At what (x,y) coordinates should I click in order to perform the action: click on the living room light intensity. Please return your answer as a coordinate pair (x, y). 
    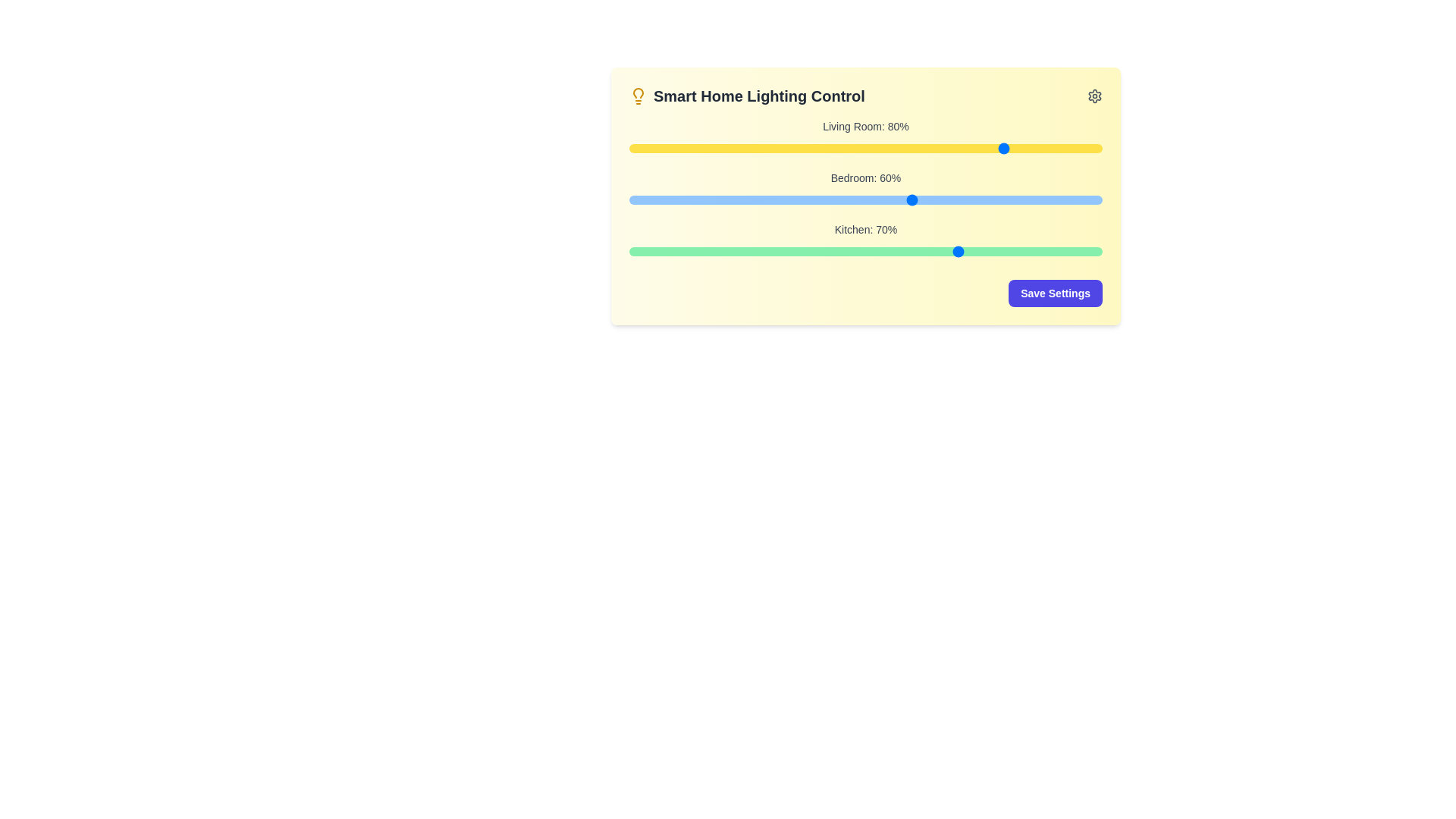
    Looking at the image, I should click on (1012, 149).